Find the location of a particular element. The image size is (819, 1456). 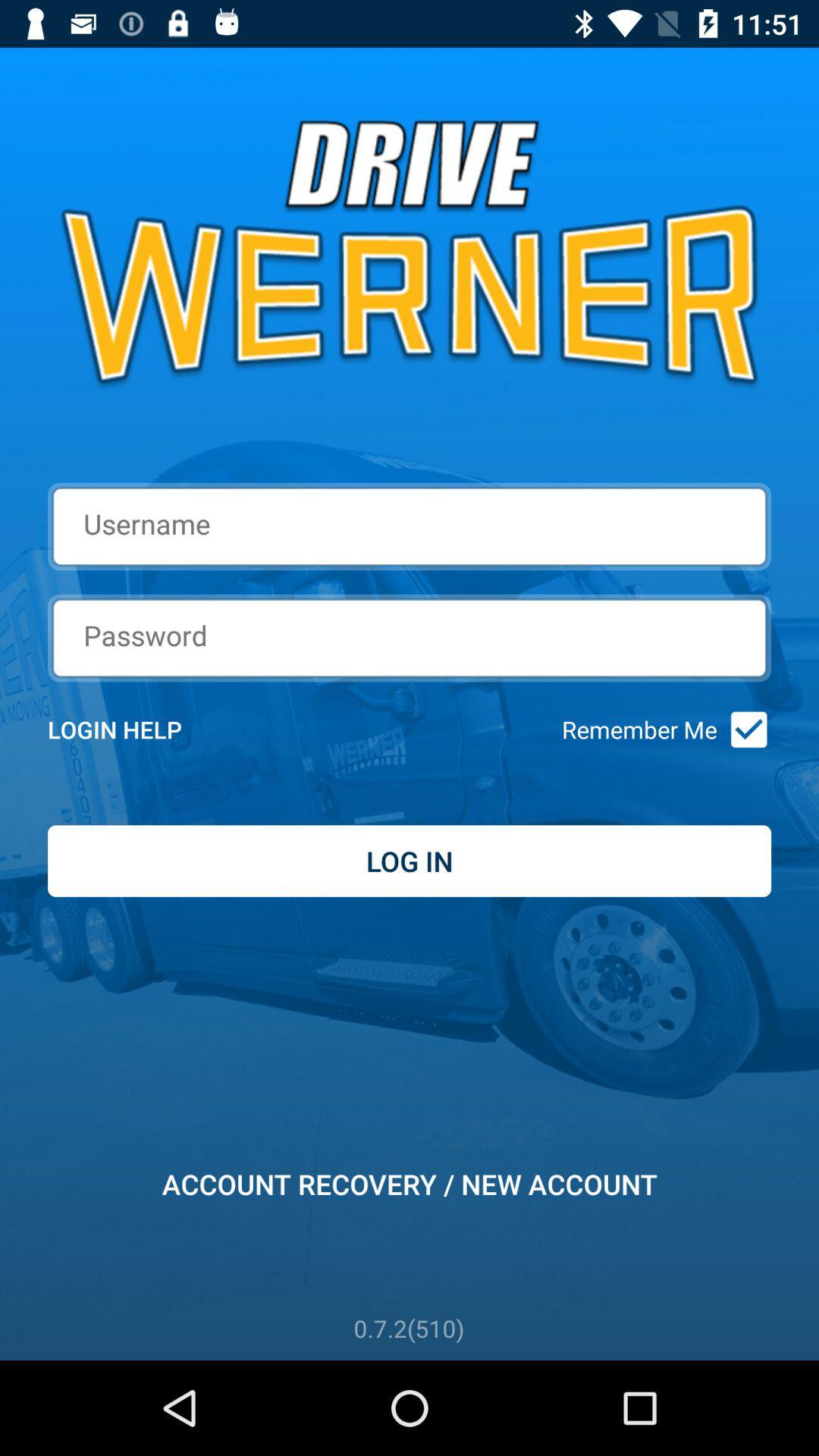

the log in item is located at coordinates (409, 861).